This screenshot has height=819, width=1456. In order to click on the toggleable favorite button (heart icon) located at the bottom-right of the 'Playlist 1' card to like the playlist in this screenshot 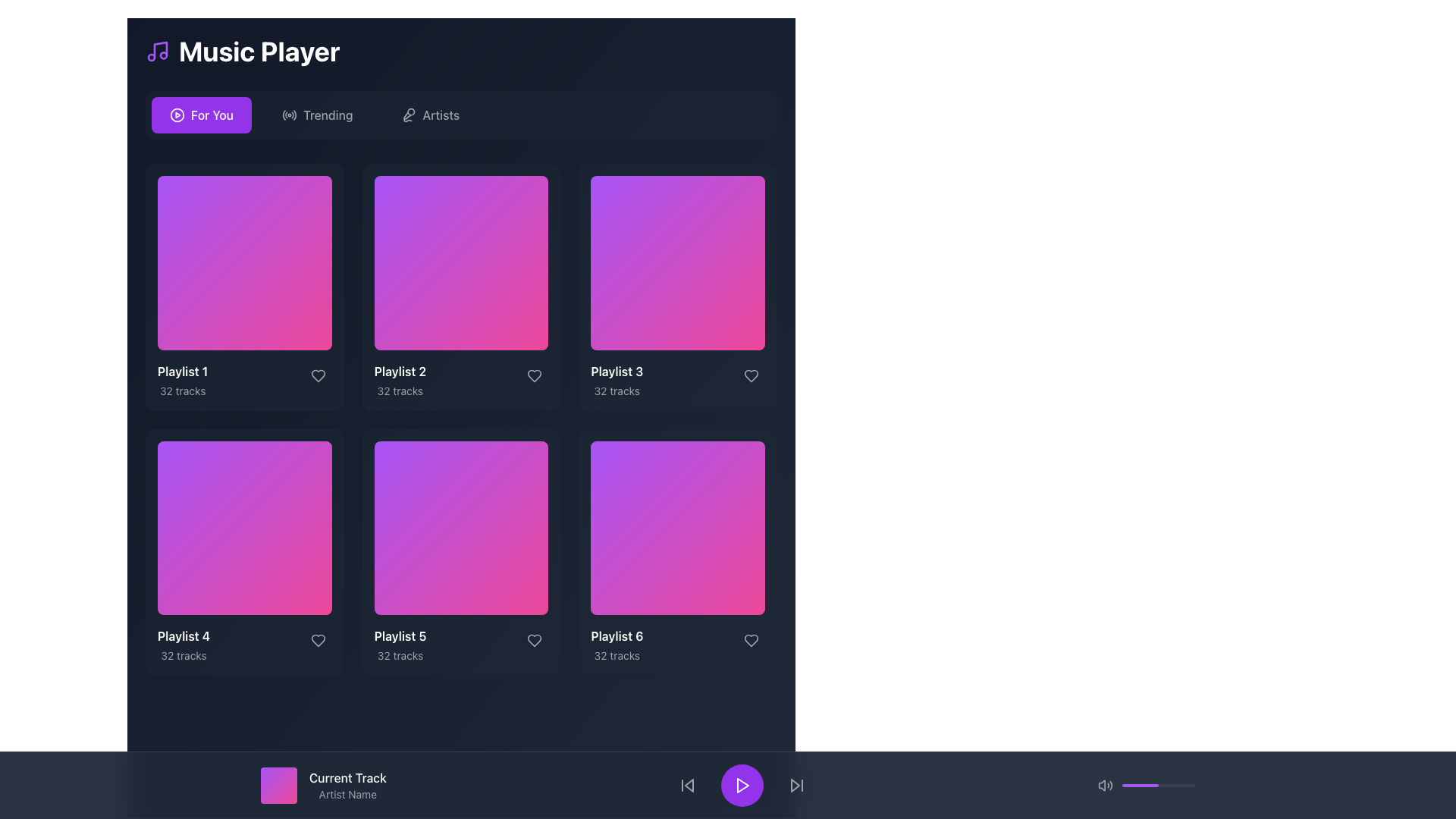, I will do `click(317, 375)`.